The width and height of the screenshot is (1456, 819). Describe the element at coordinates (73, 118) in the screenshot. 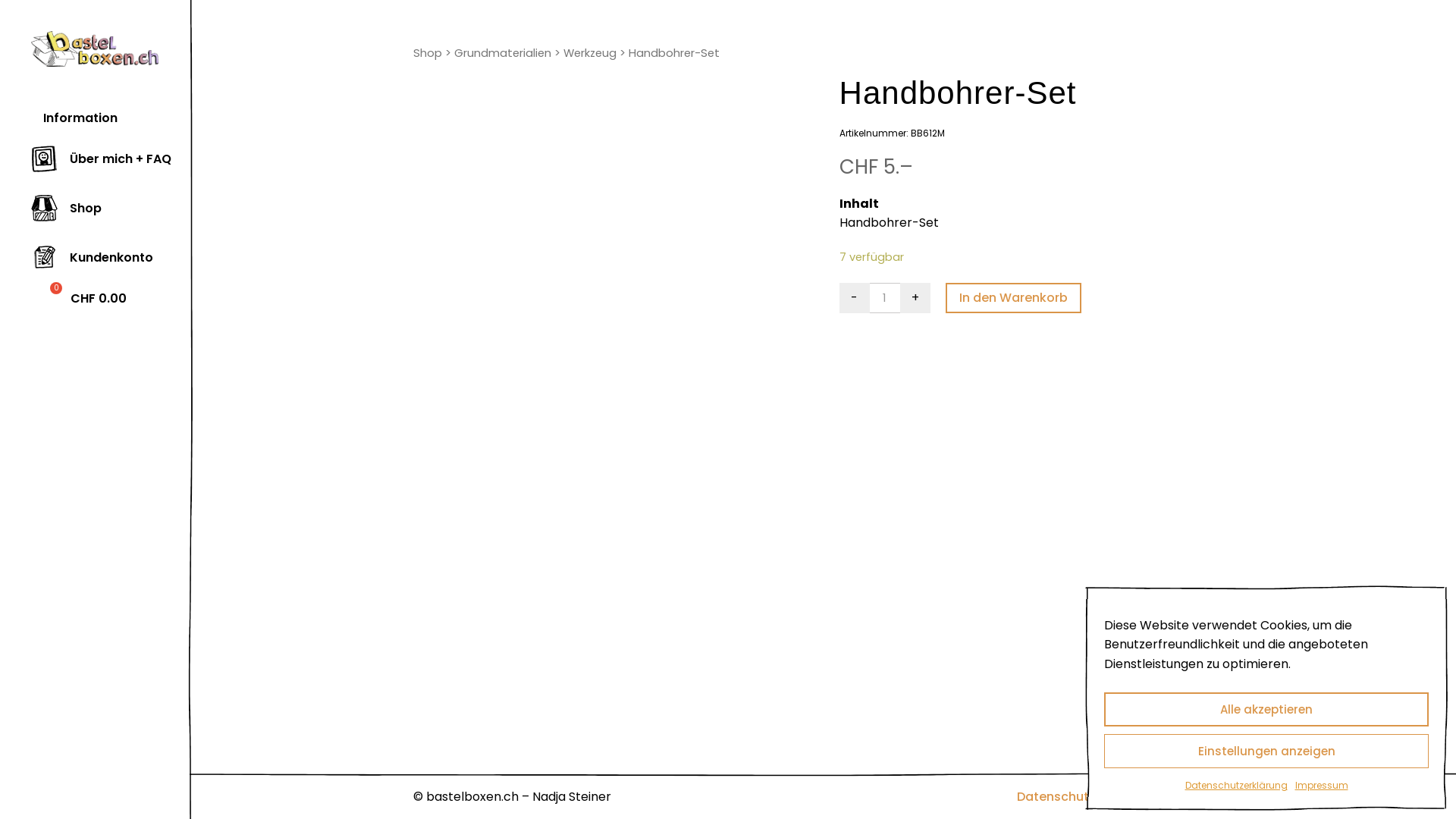

I see `'Information'` at that location.